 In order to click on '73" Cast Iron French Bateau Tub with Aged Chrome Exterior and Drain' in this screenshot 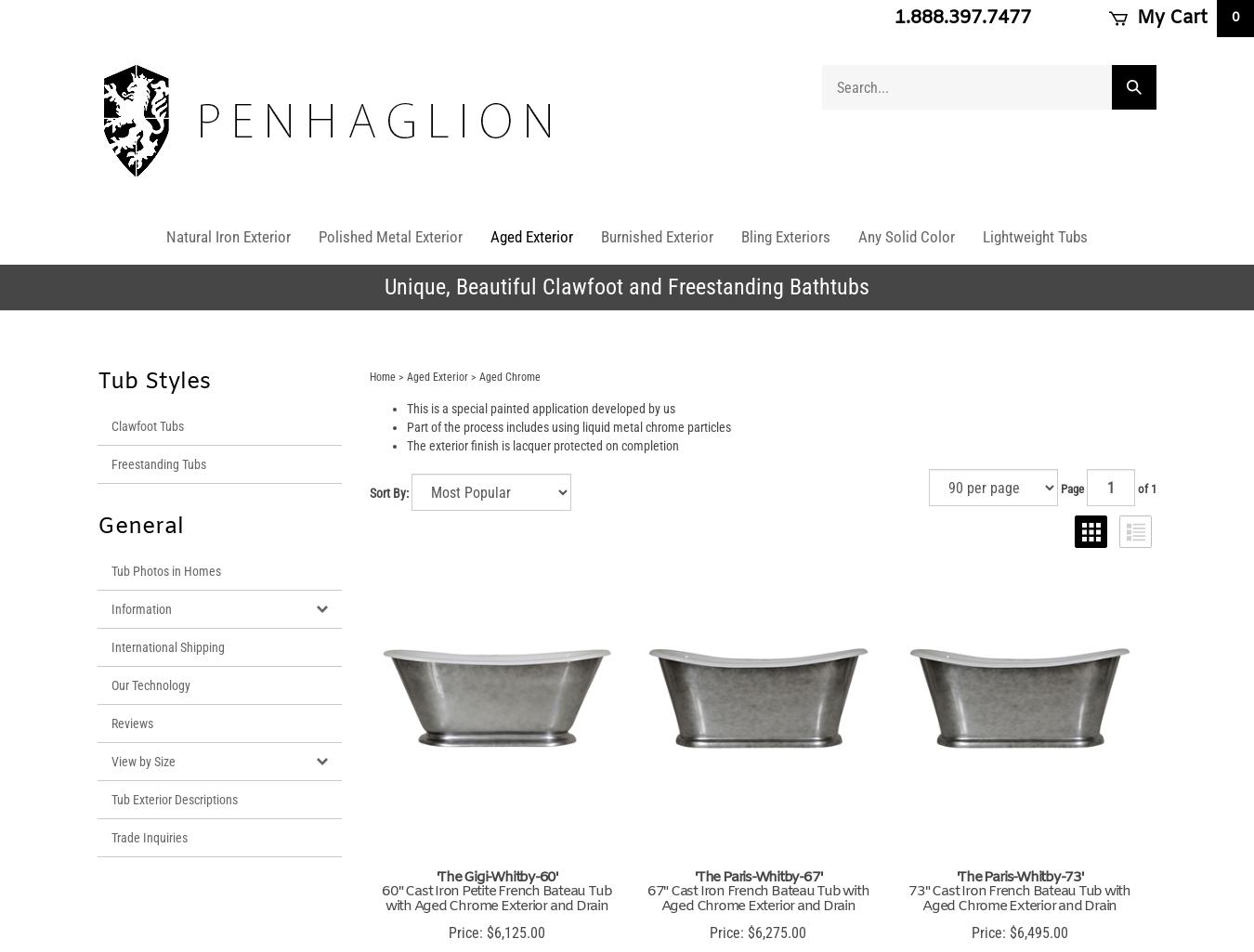, I will do `click(1019, 898)`.